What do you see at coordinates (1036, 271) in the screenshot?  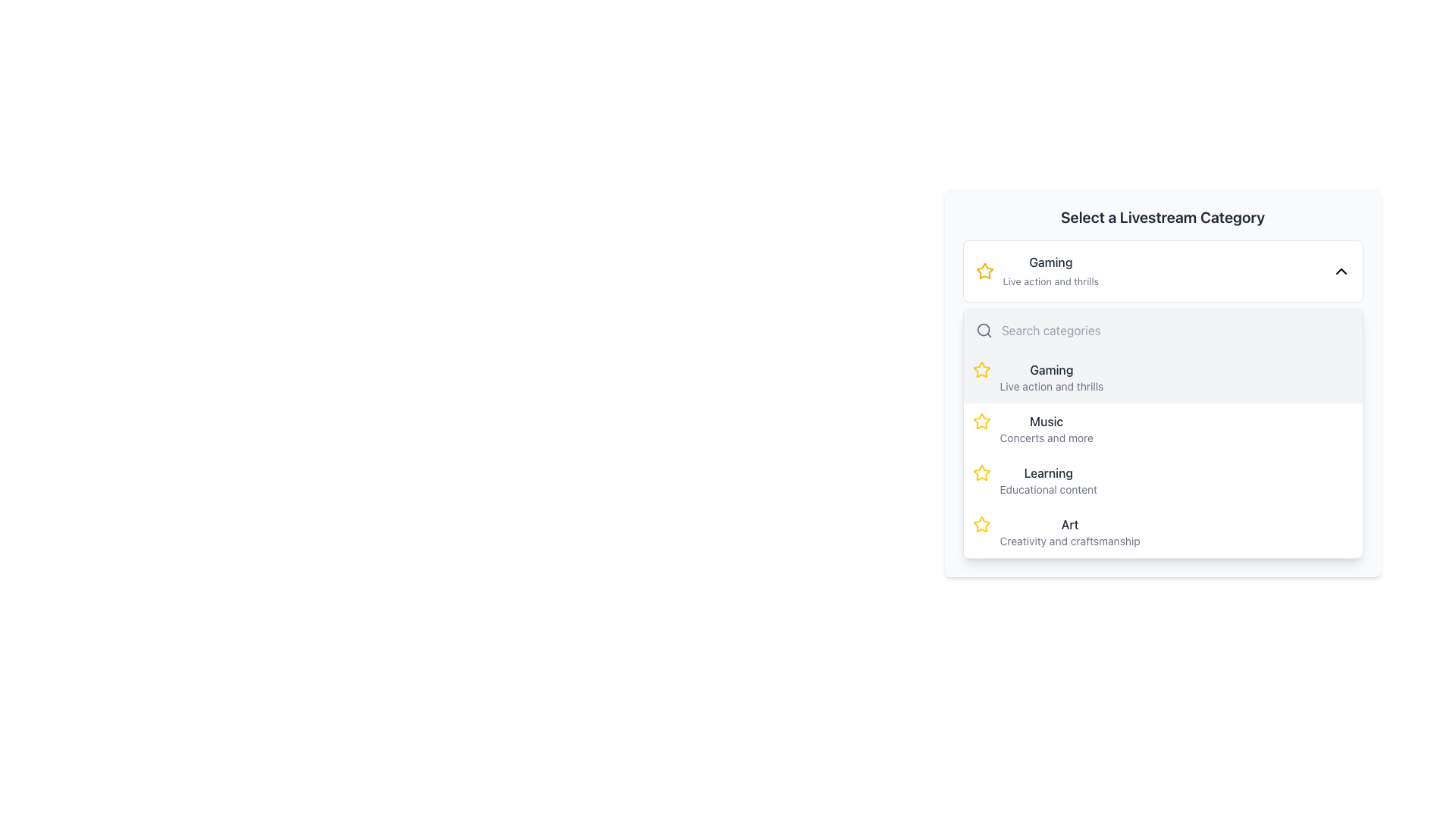 I see `the dropdown item labeled 'Gaming' with a yellow star icon to navigate` at bounding box center [1036, 271].